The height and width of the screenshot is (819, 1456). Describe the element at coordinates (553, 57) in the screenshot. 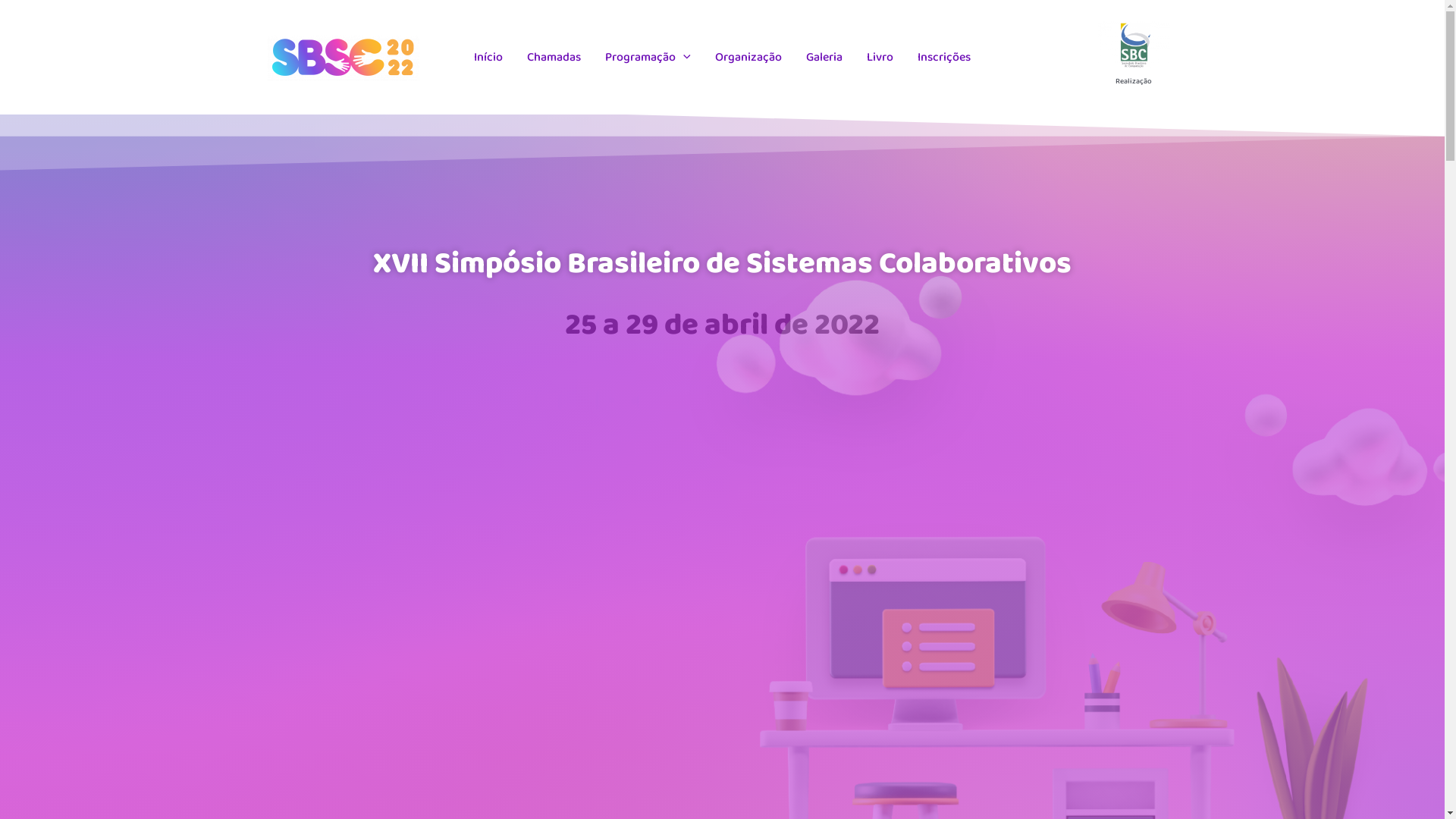

I see `'Chamadas'` at that location.